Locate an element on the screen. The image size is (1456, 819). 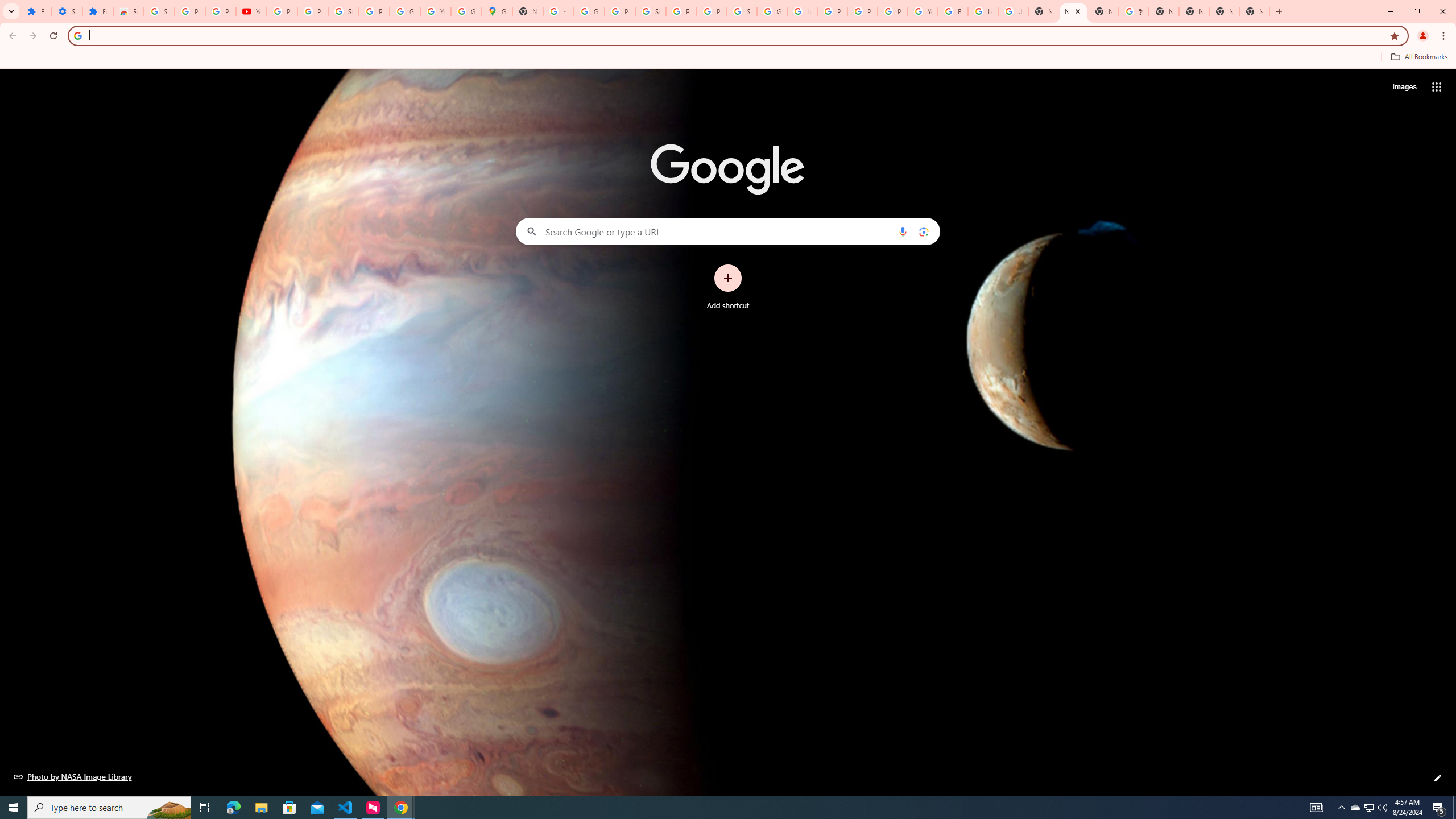
'YouTube' is located at coordinates (435, 11).